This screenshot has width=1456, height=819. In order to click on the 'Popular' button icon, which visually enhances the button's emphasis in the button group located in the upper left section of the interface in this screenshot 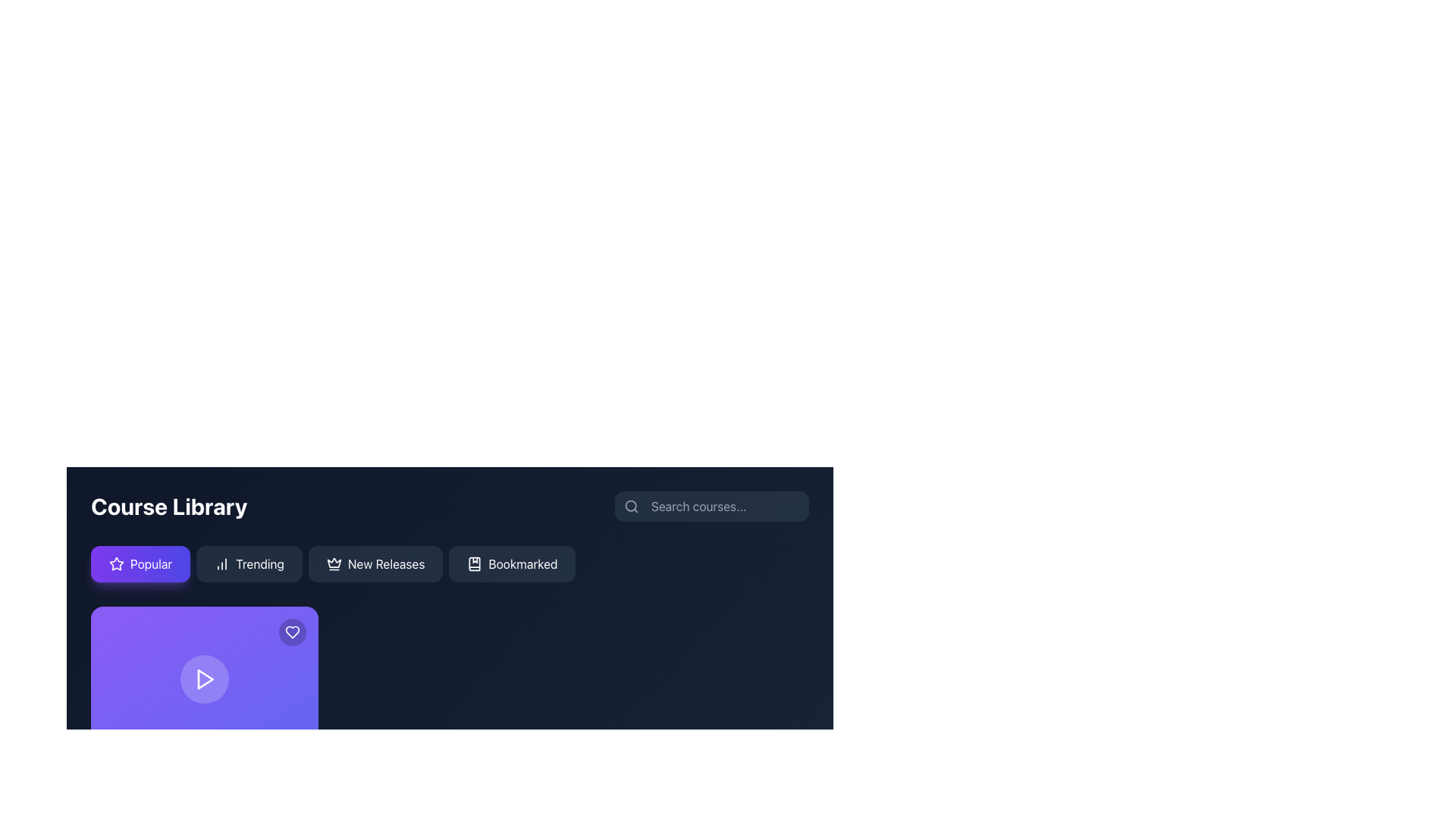, I will do `click(115, 564)`.